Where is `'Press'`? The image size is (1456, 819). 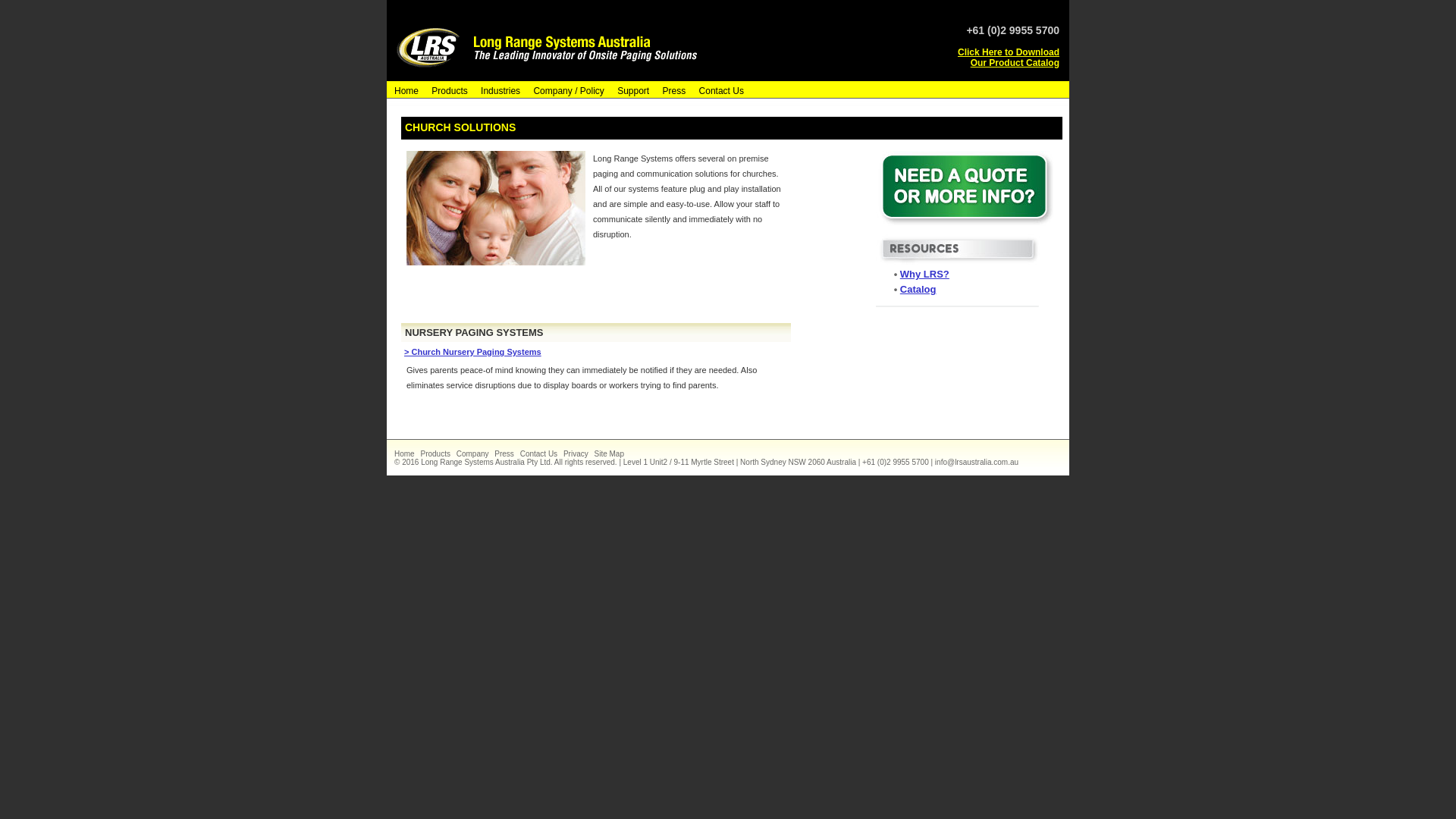 'Press' is located at coordinates (671, 90).